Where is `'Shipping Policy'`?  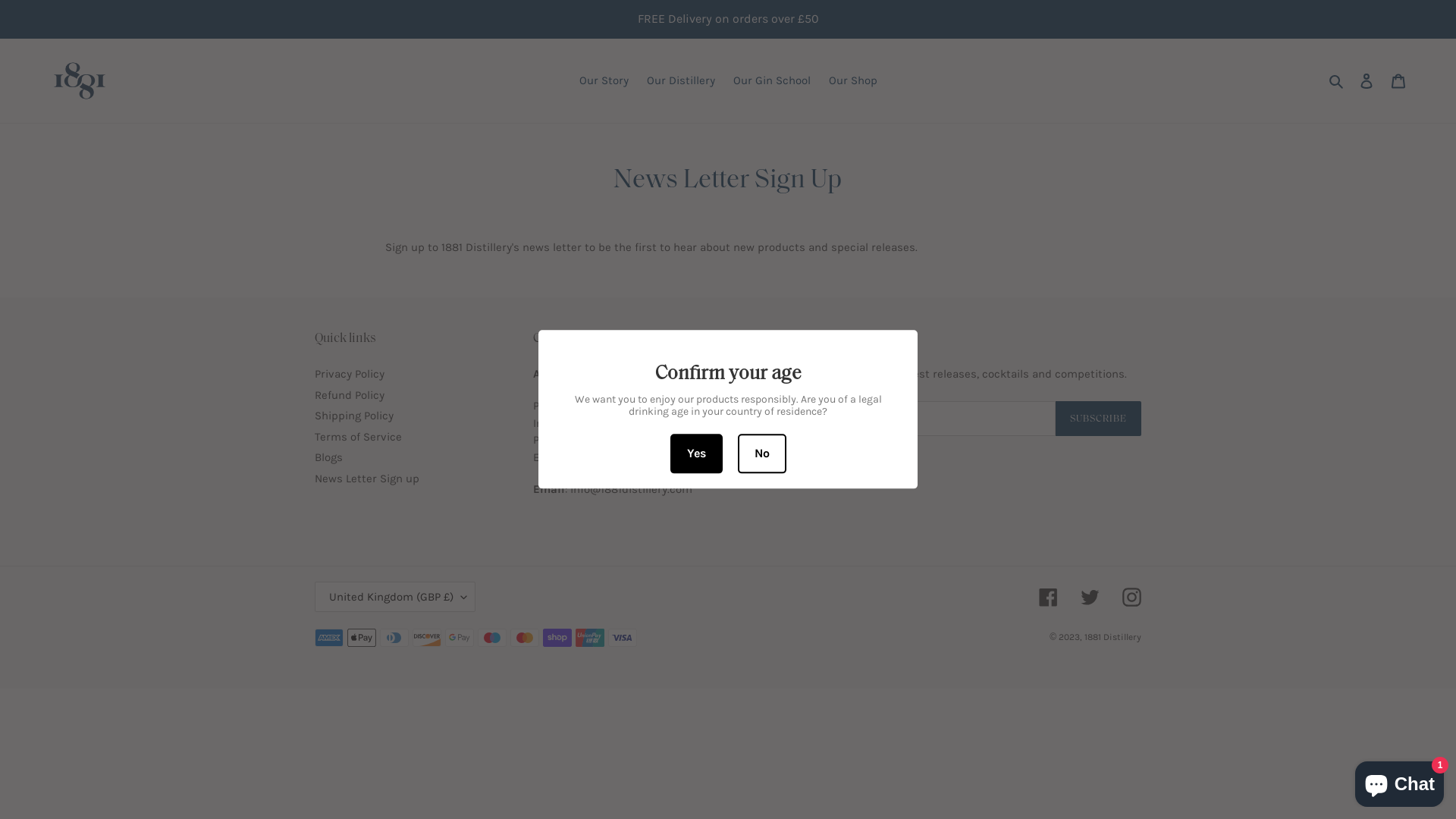
'Shipping Policy' is located at coordinates (353, 415).